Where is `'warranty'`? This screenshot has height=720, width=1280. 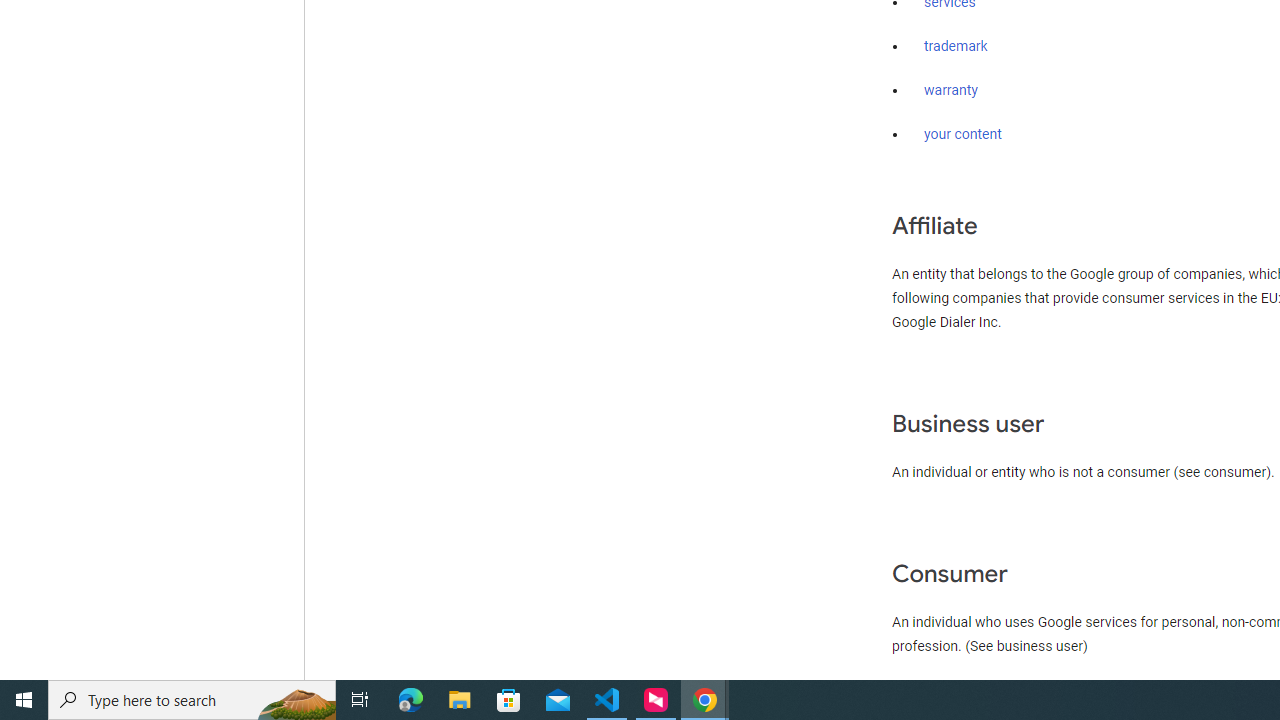
'warranty' is located at coordinates (950, 91).